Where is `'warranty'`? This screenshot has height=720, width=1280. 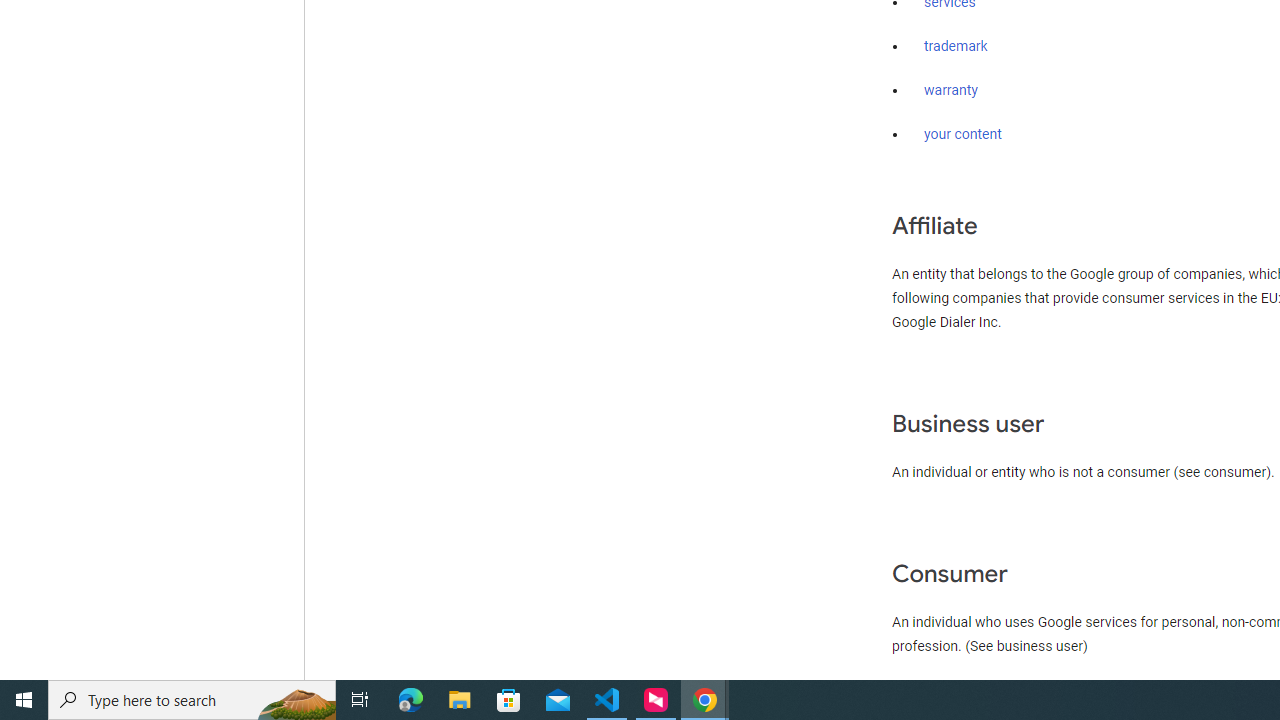
'warranty' is located at coordinates (950, 91).